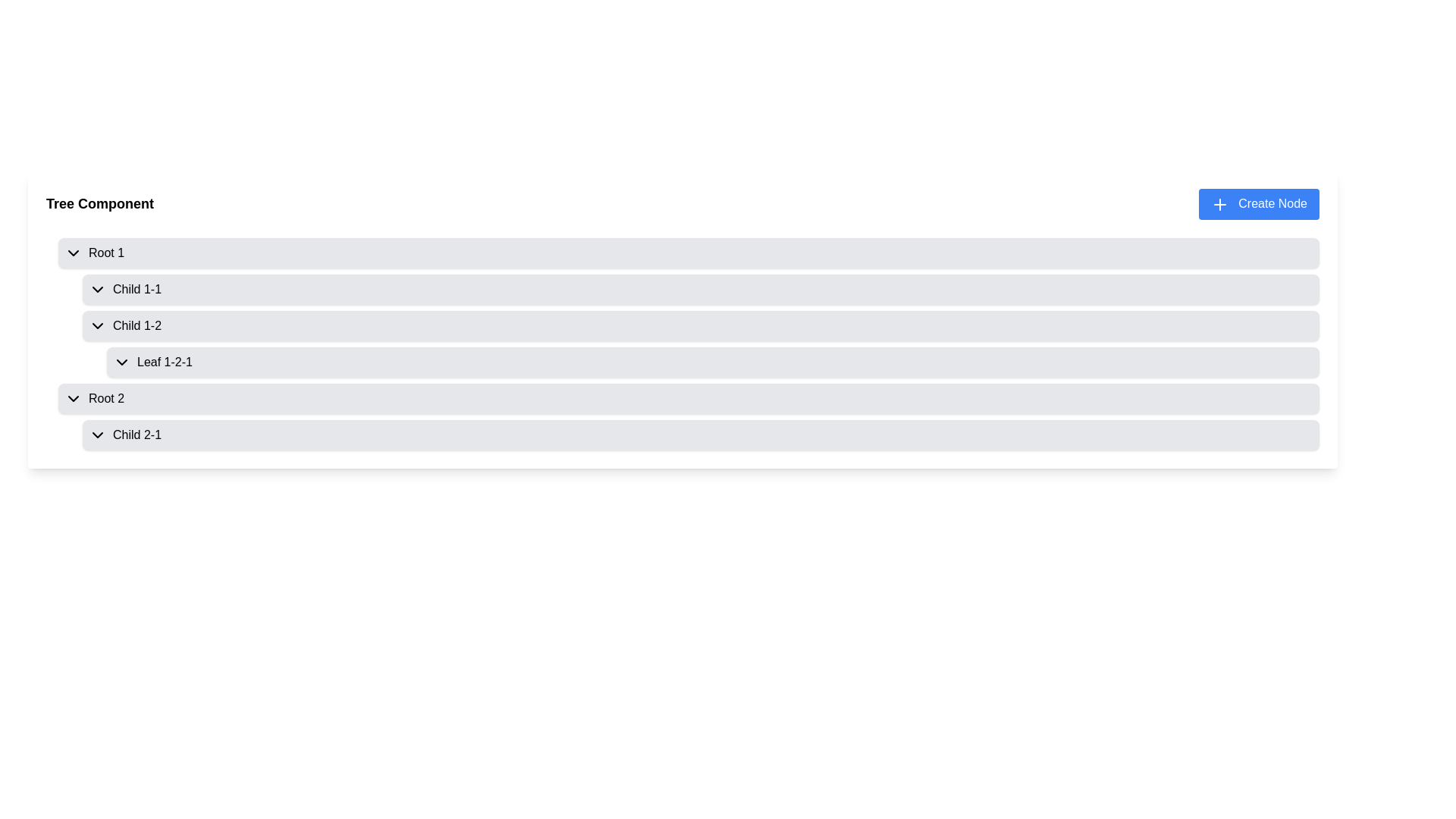  I want to click on the Tree node labeled 'Leaf 1-2-1' with a light gray background, so click(706, 362).